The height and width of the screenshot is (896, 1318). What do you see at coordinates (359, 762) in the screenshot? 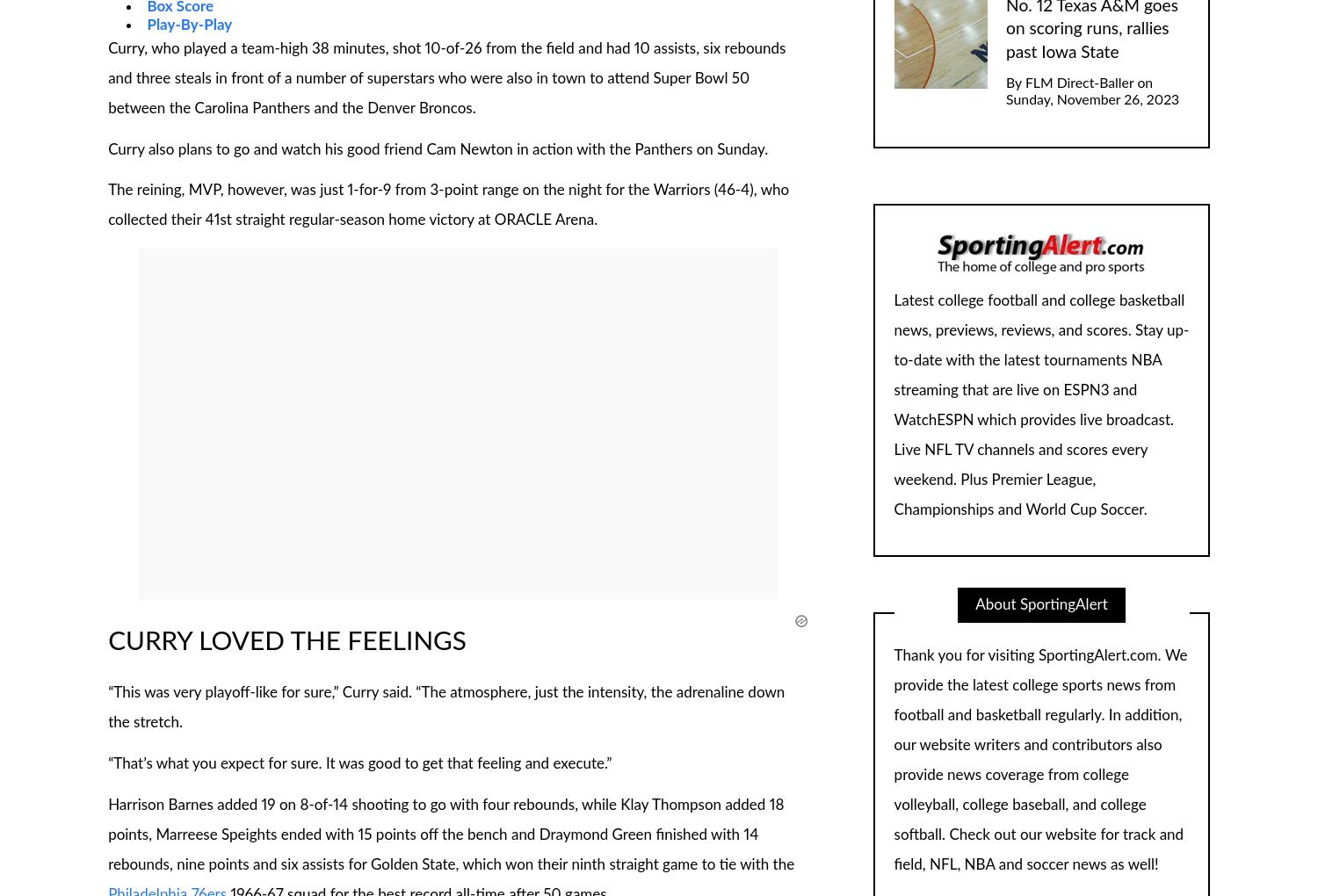
I see `'“That’s what you expect for sure. It was good to get that feeling and execute.”'` at bounding box center [359, 762].